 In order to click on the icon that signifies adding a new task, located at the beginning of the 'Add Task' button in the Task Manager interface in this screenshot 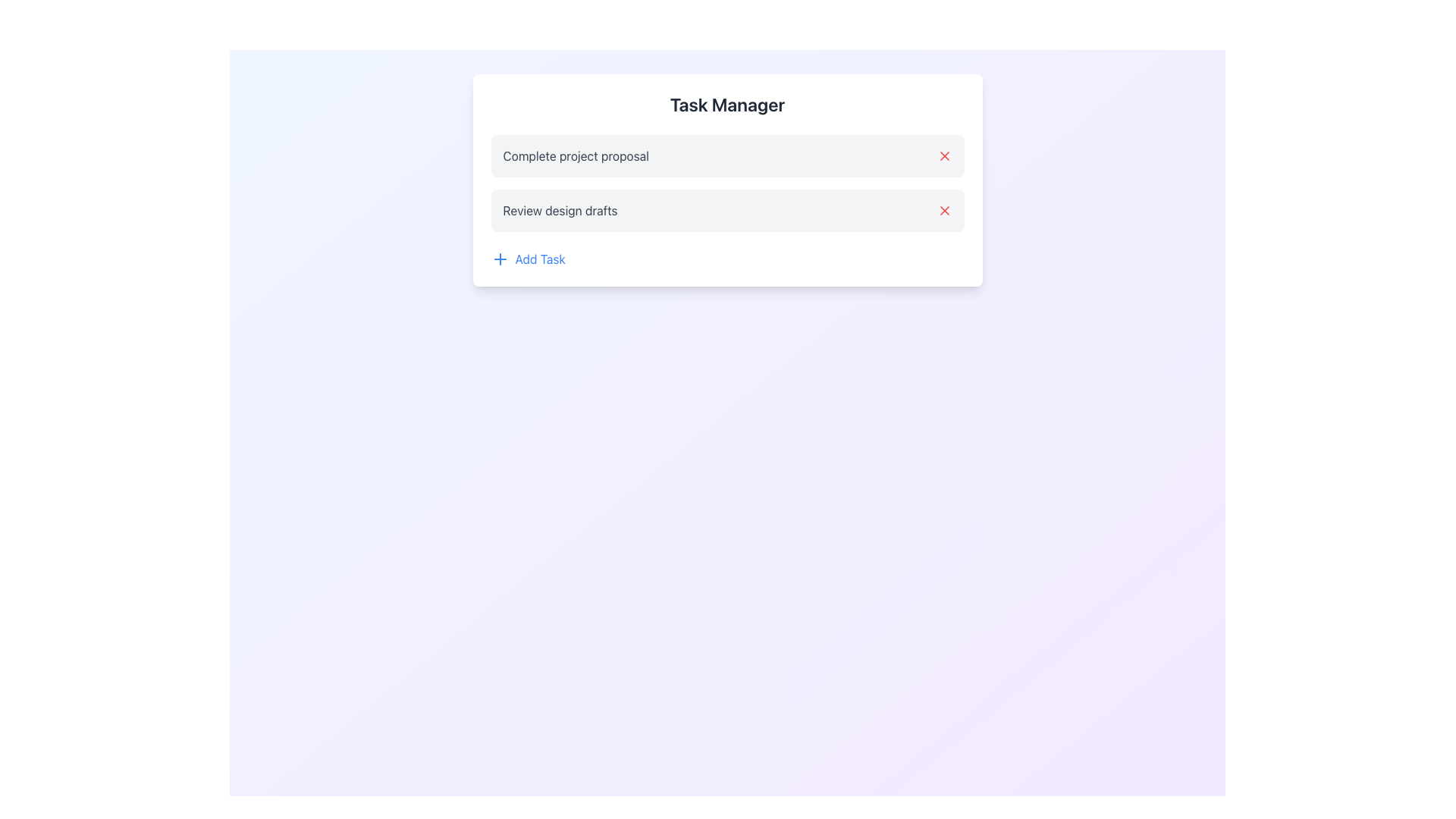, I will do `click(500, 259)`.